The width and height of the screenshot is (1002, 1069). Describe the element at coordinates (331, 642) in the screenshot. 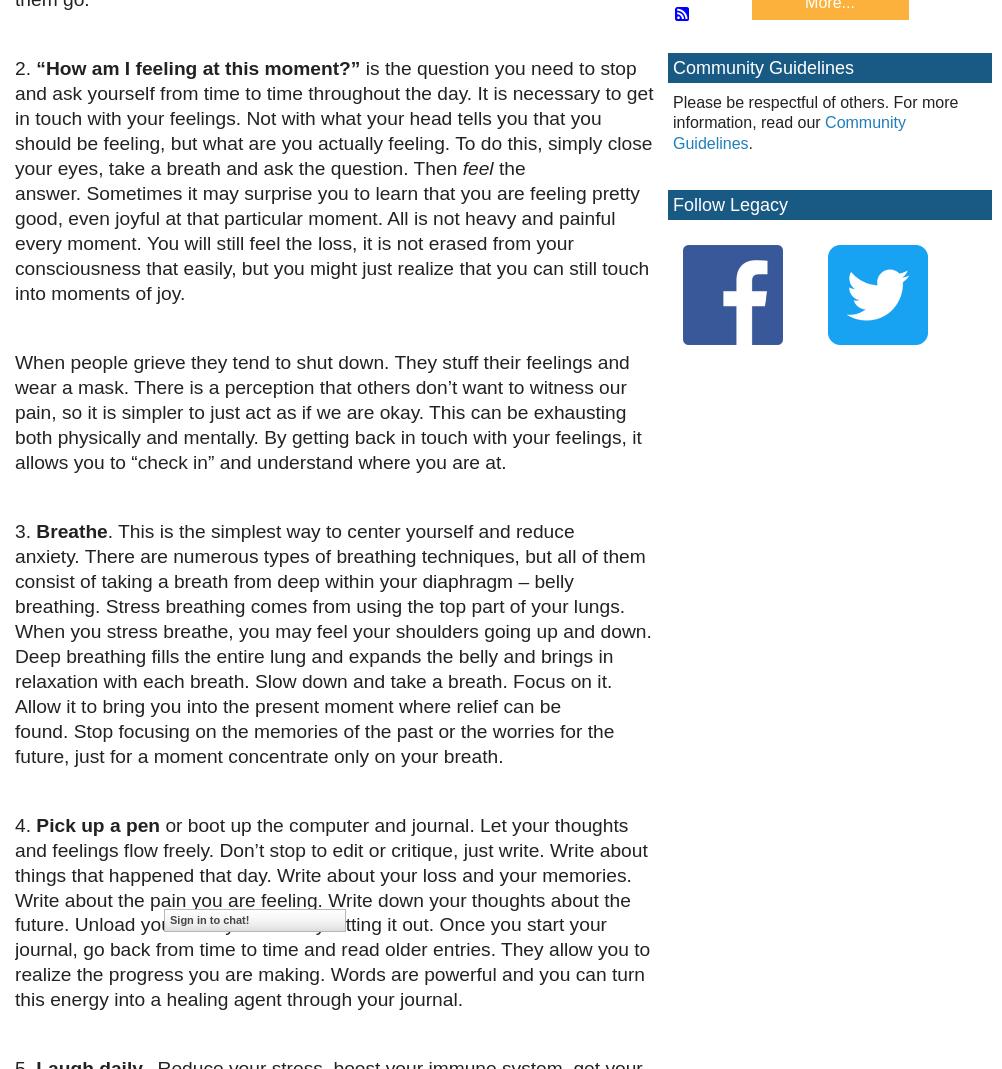

I see `'. This is the simplest way to center yourself and reduce anxiety. There are numerous types of breathing techniques, but all of them consist of taking a breath from deep within your diaphragm – belly breathing. Stress breathing comes from using the top part of your lungs. When you stress breathe, you may feel your shoulders going up and down. Deep breathing fills the entire lung and expands the belly and brings in relaxation with each breath. Slow down and take a breath. Focus on it. Allow it to bring you into the present moment where relief can be found. Stop focusing on the memories of the past or the worries for the future, just for a moment concentrate only on your breath.'` at that location.